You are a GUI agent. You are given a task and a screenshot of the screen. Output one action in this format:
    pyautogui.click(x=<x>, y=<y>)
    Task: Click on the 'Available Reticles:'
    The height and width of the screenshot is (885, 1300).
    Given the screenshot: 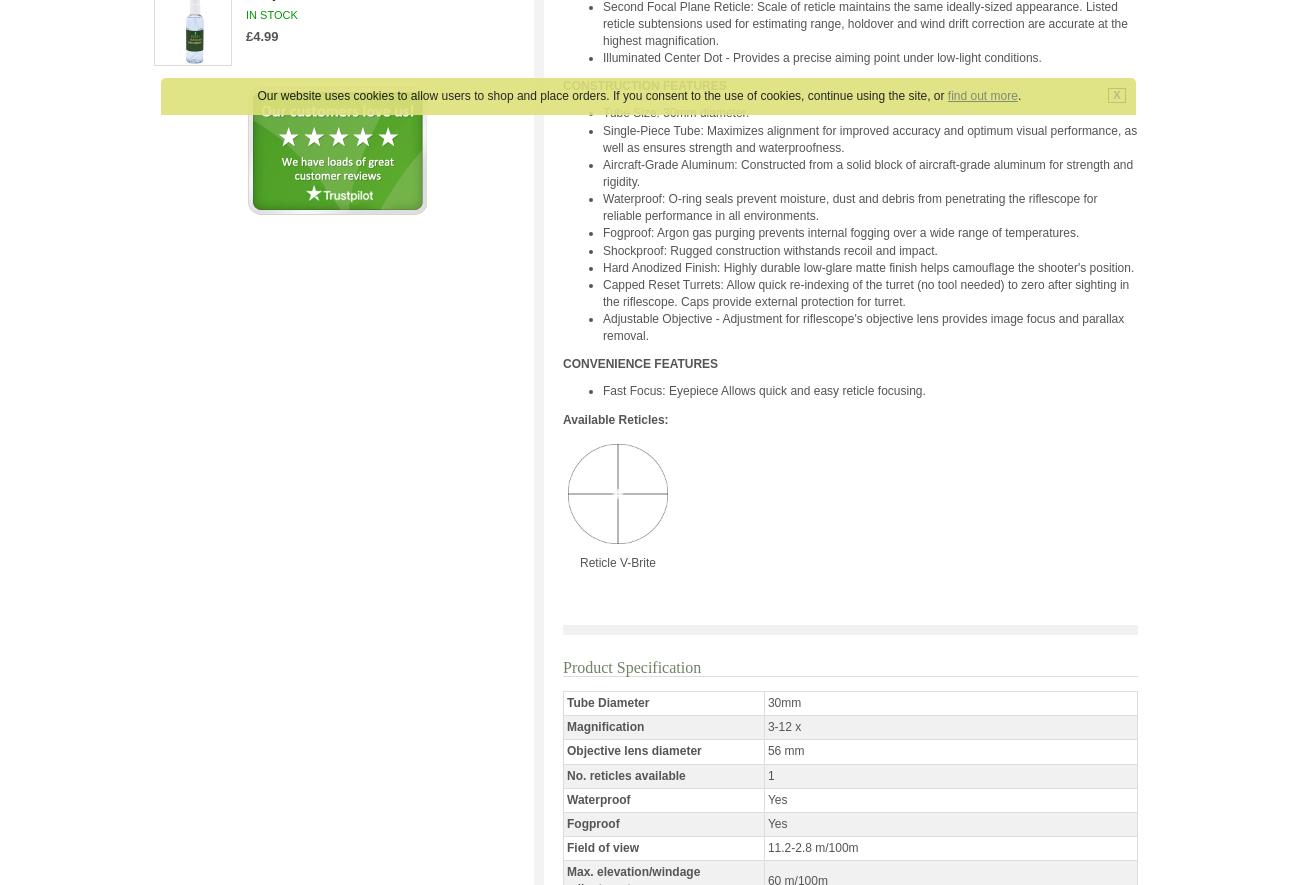 What is the action you would take?
    pyautogui.click(x=615, y=418)
    